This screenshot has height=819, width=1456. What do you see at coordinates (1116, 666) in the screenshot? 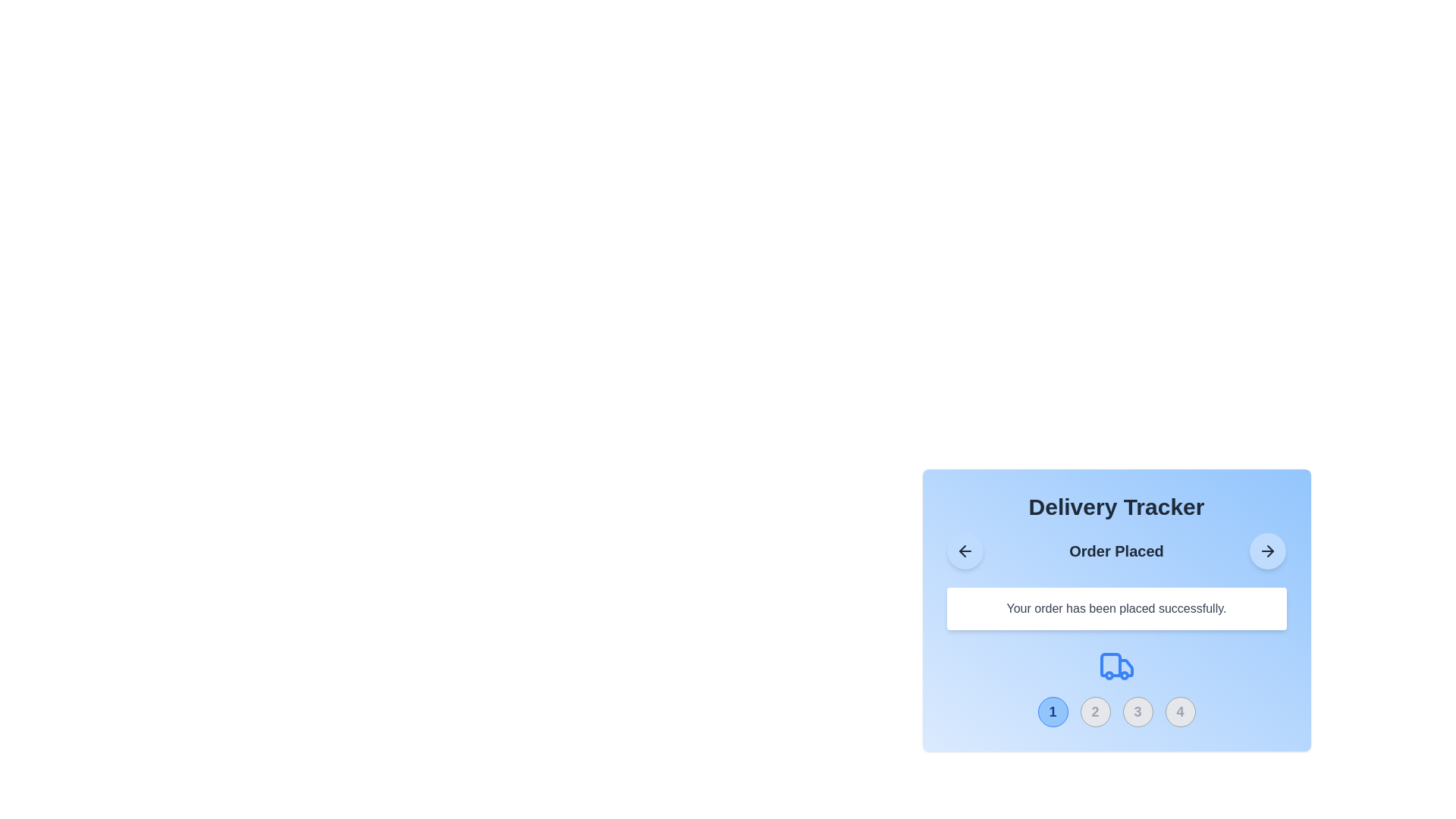
I see `the SVG icon representing a step in the delivery tracking process, located in the middle of the progress tracker interface, centered above the four circular buttons` at bounding box center [1116, 666].